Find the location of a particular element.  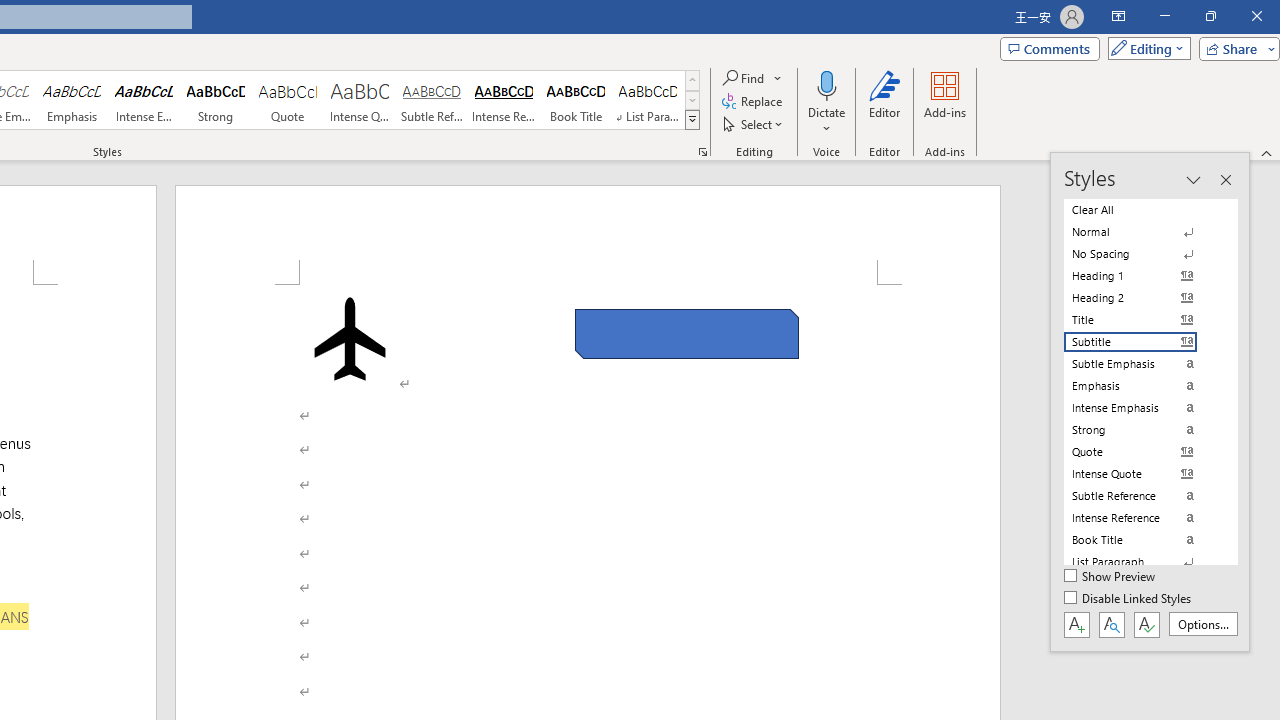

'Clear All' is located at coordinates (1142, 209).